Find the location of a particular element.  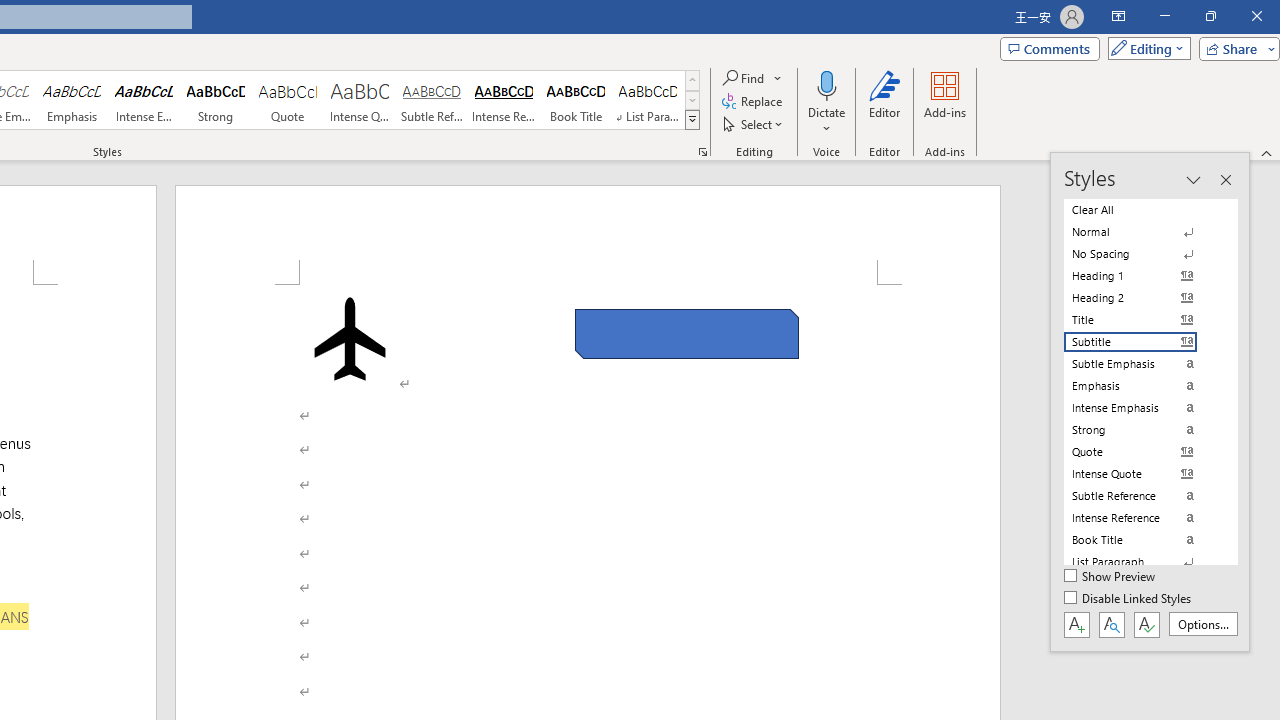

'Clear All' is located at coordinates (1142, 209).